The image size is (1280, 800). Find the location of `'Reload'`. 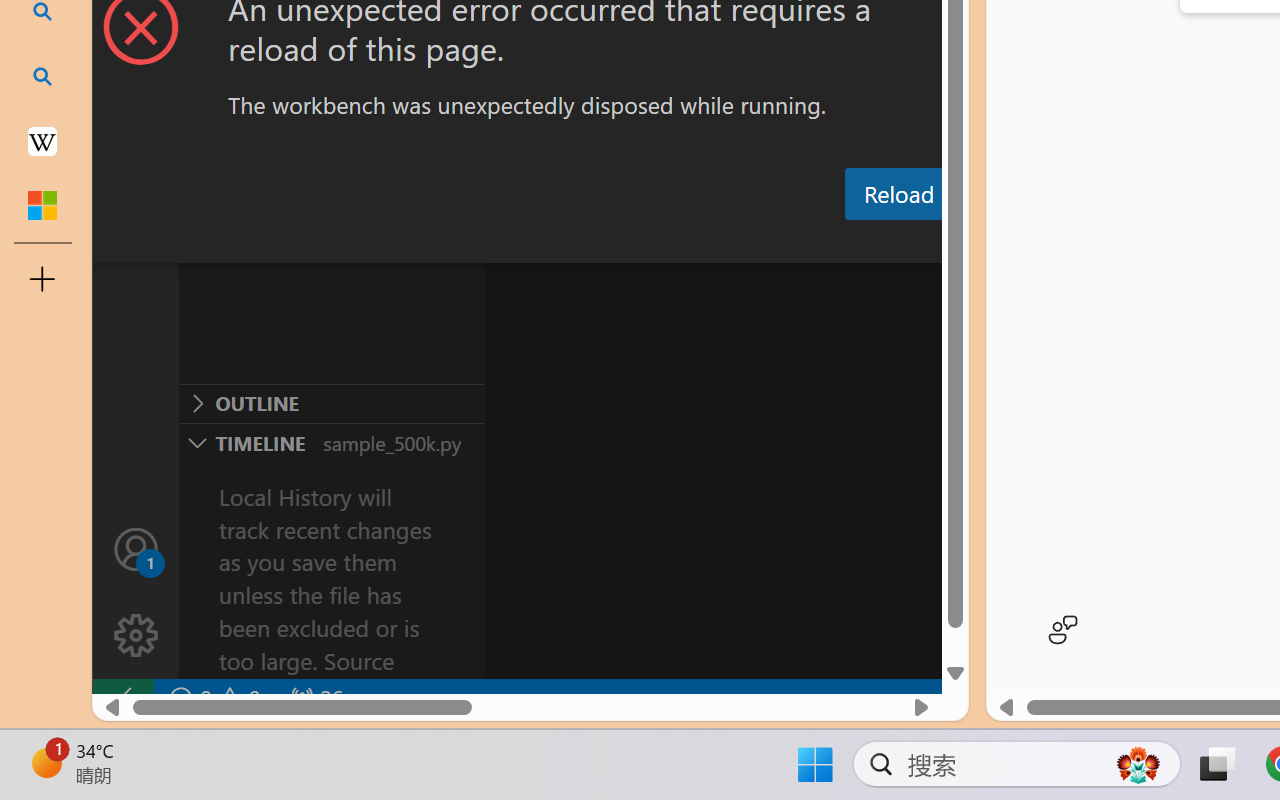

'Reload' is located at coordinates (897, 192).